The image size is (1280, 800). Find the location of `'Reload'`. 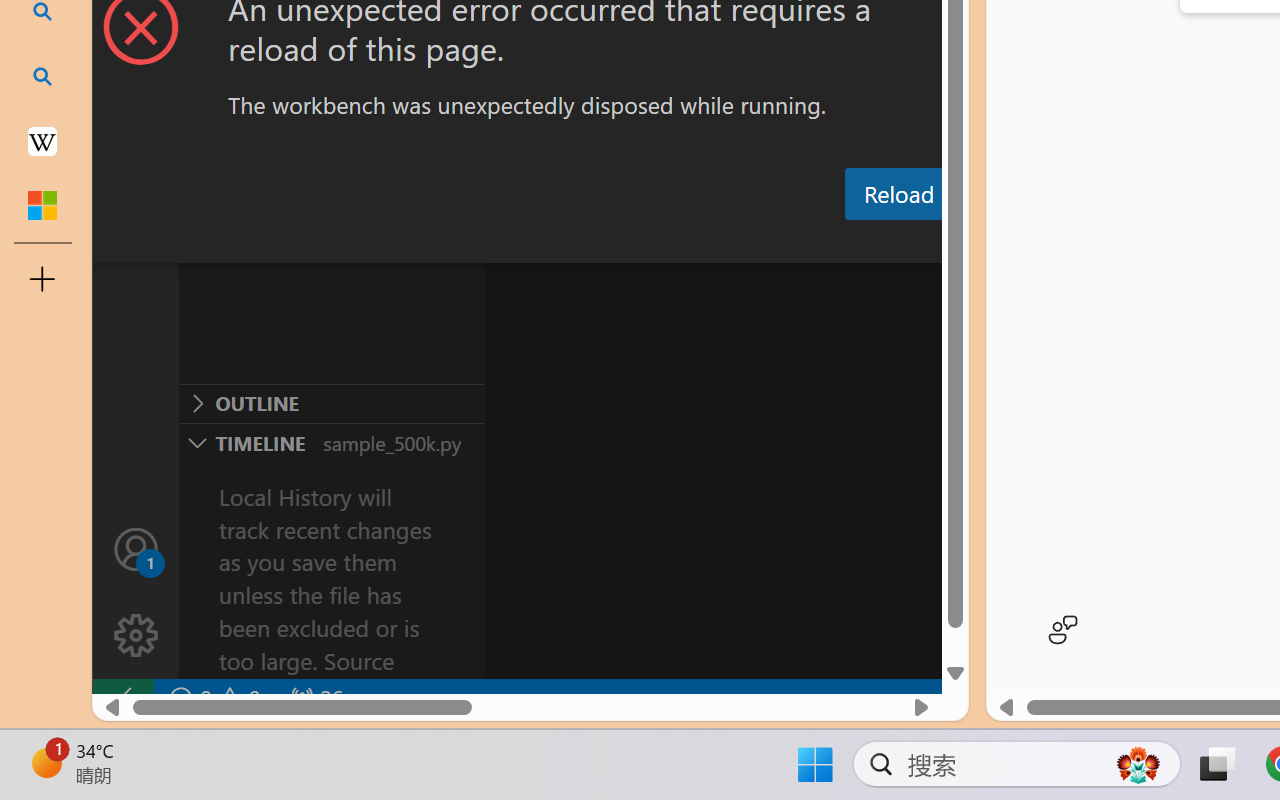

'Reload' is located at coordinates (897, 192).